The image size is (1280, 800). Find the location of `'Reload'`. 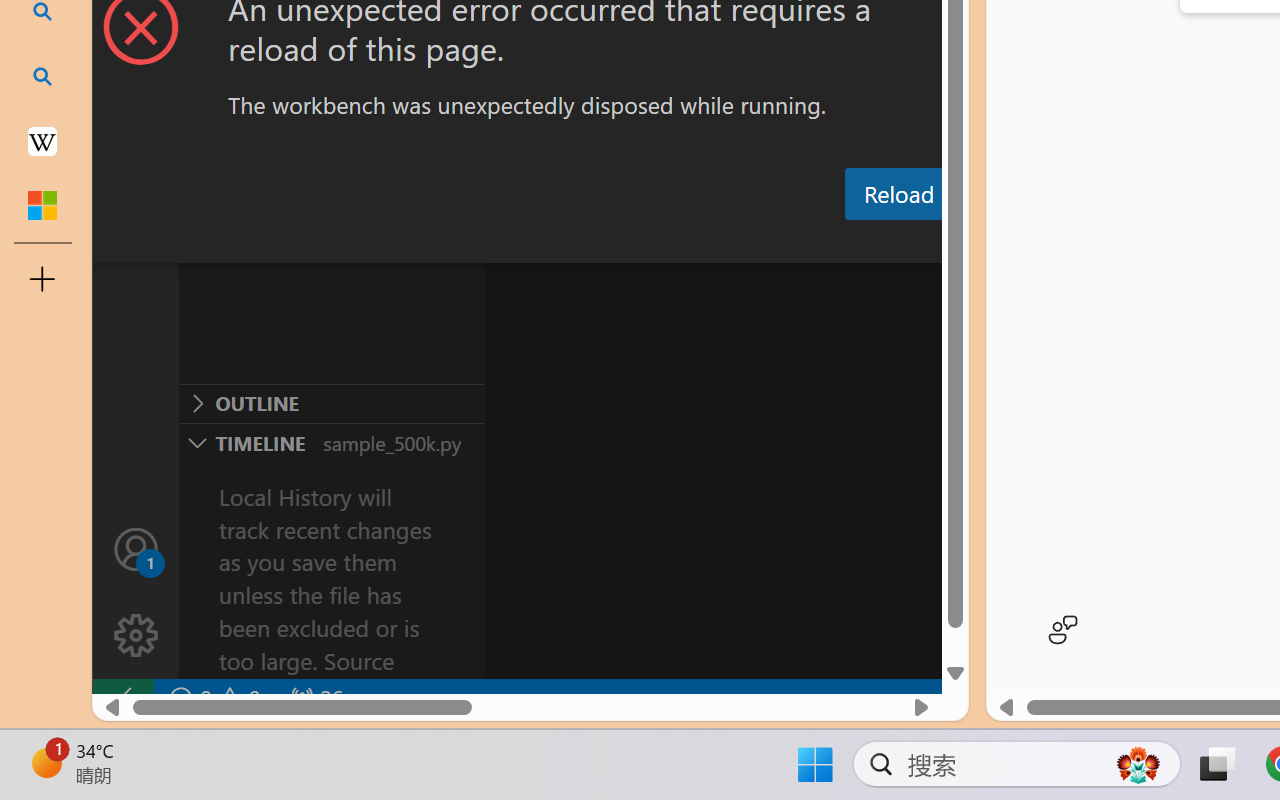

'Reload' is located at coordinates (897, 192).